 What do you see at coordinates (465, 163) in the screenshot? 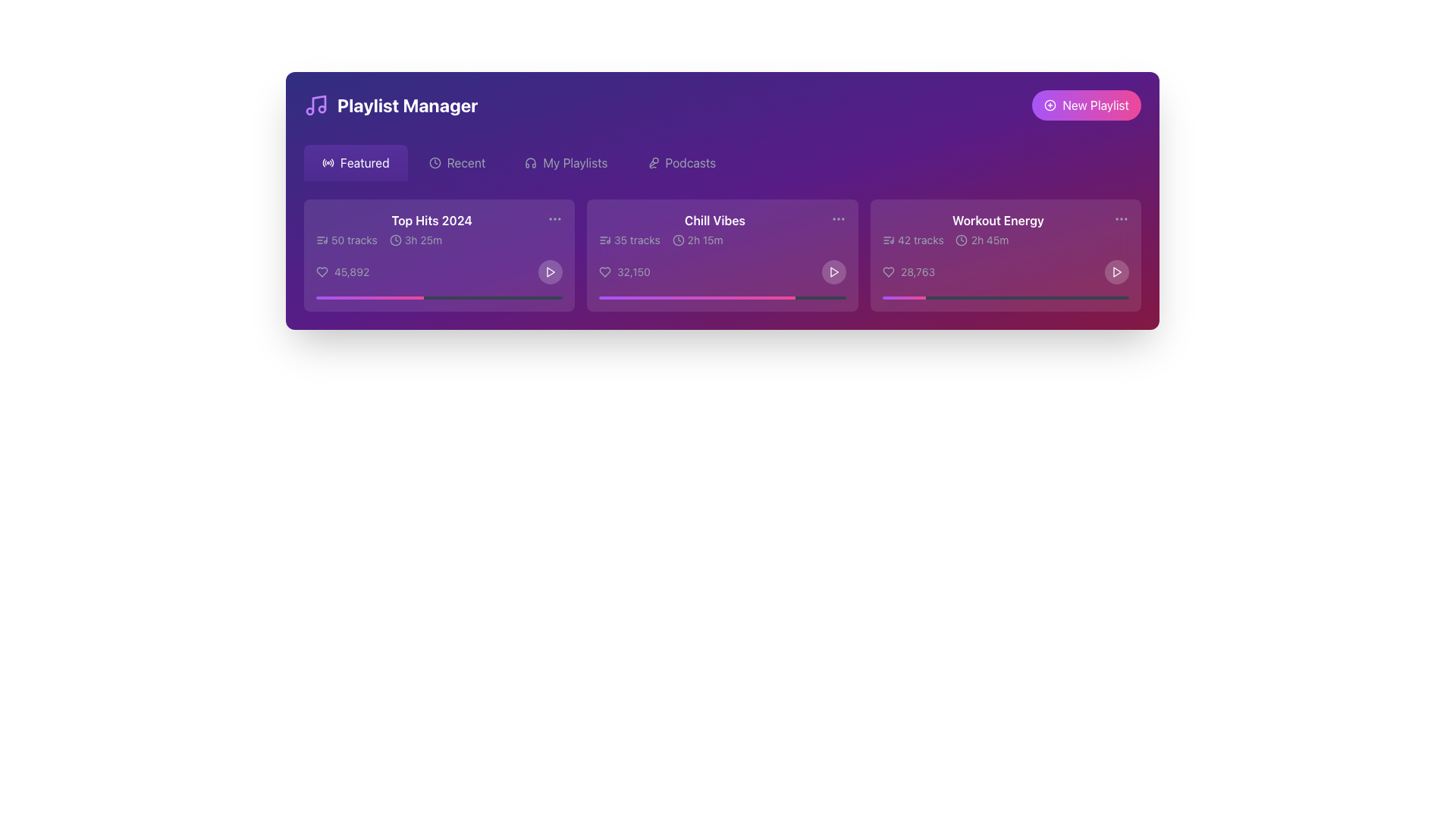
I see `the 'Recent' navigation link` at bounding box center [465, 163].